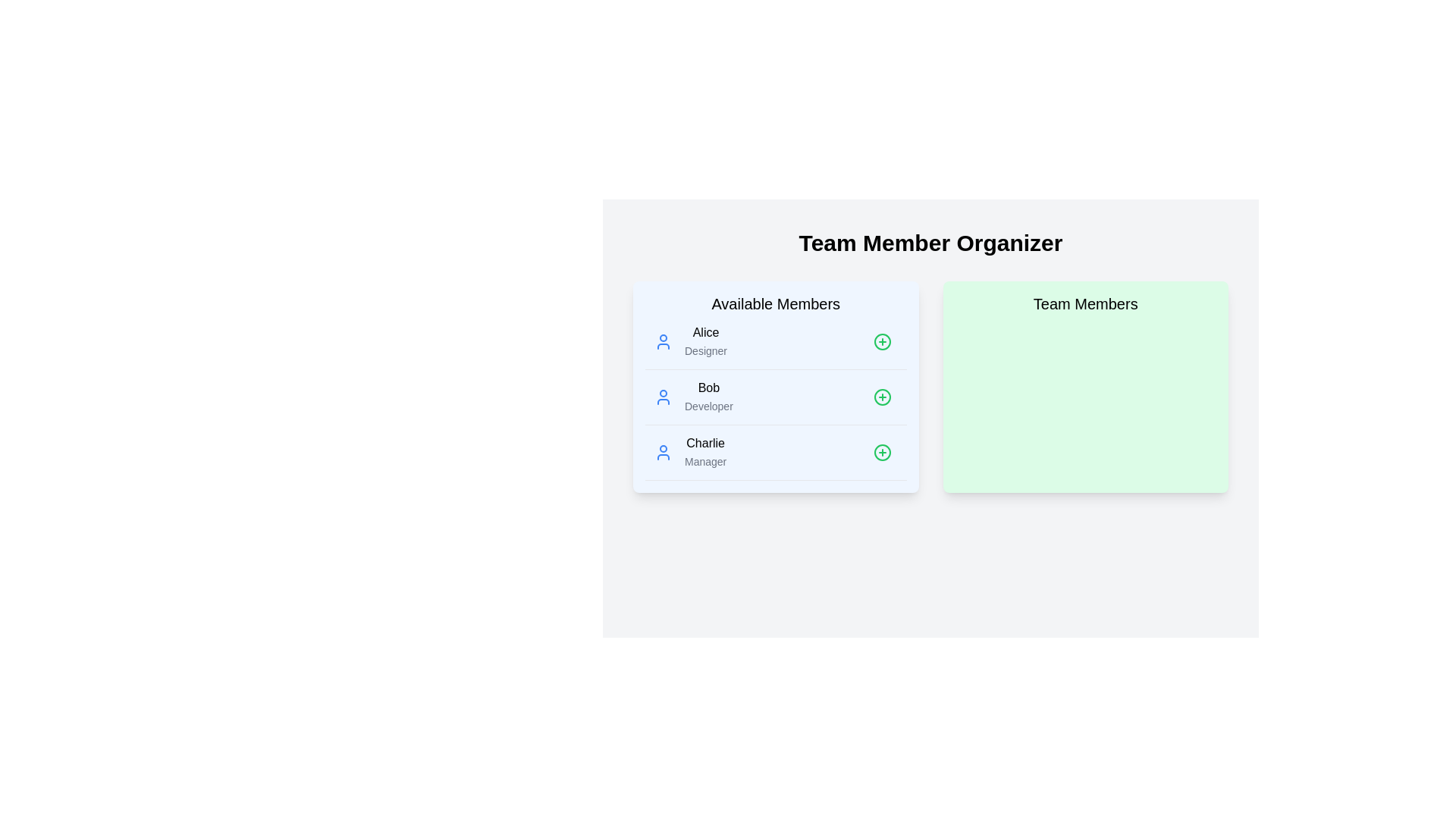 Image resolution: width=1456 pixels, height=819 pixels. What do you see at coordinates (1084, 304) in the screenshot?
I see `text of the Label that serves as a title for the 'Team Members' section, positioned at the top of a rounded green background on the right side of the interface` at bounding box center [1084, 304].